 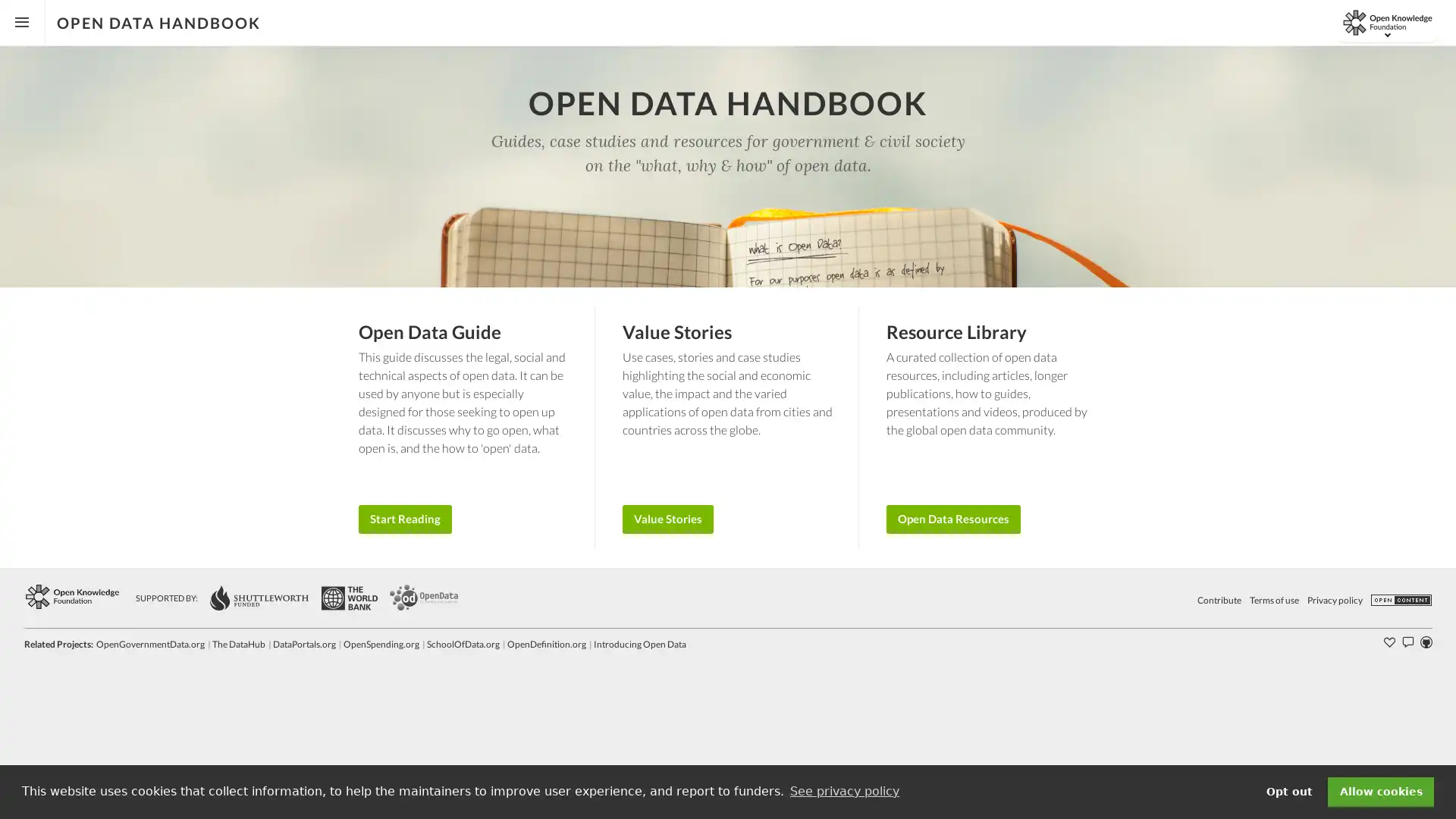 What do you see at coordinates (1288, 791) in the screenshot?
I see `deny cookies` at bounding box center [1288, 791].